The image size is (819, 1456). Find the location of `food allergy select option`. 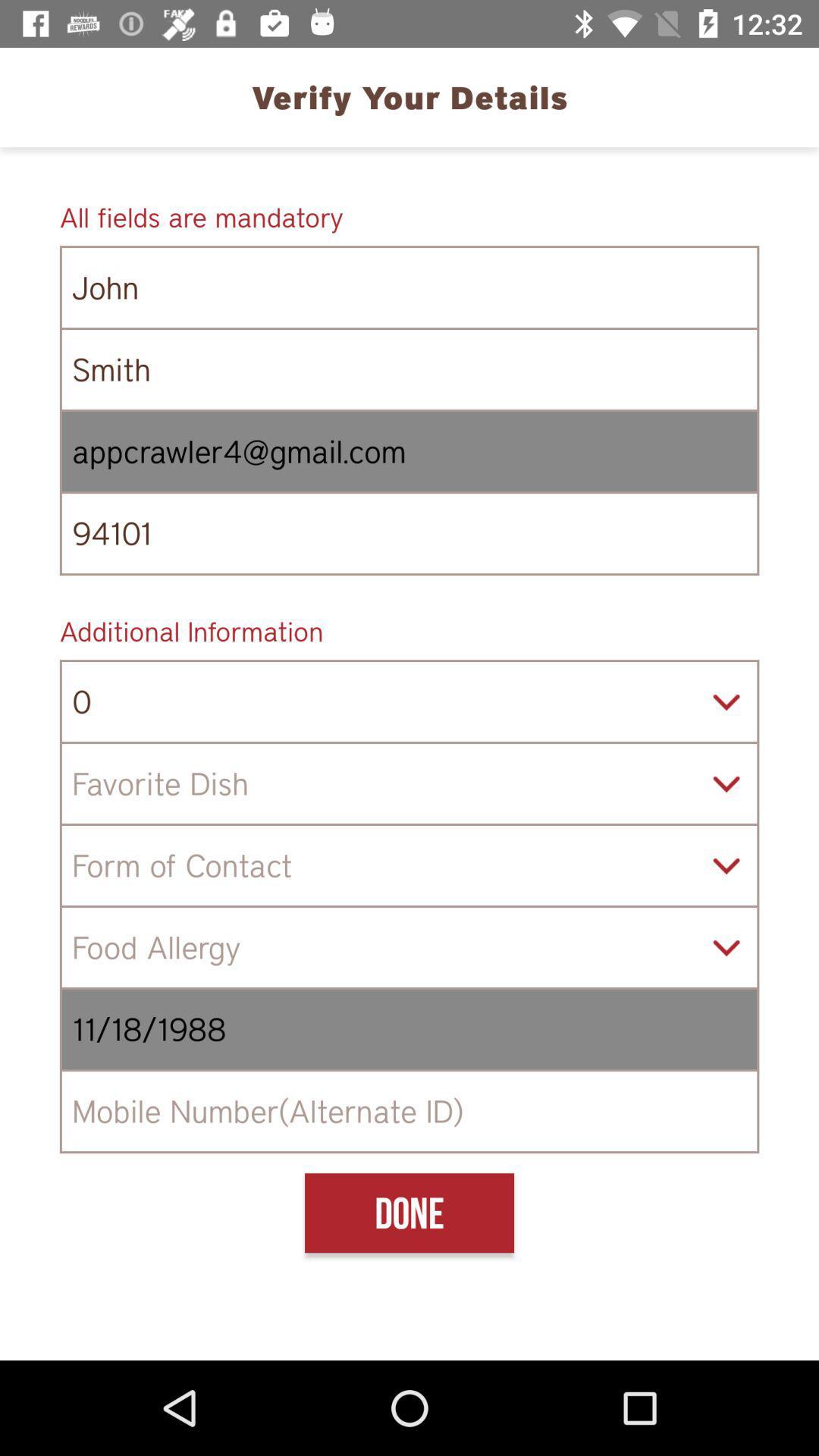

food allergy select option is located at coordinates (409, 946).